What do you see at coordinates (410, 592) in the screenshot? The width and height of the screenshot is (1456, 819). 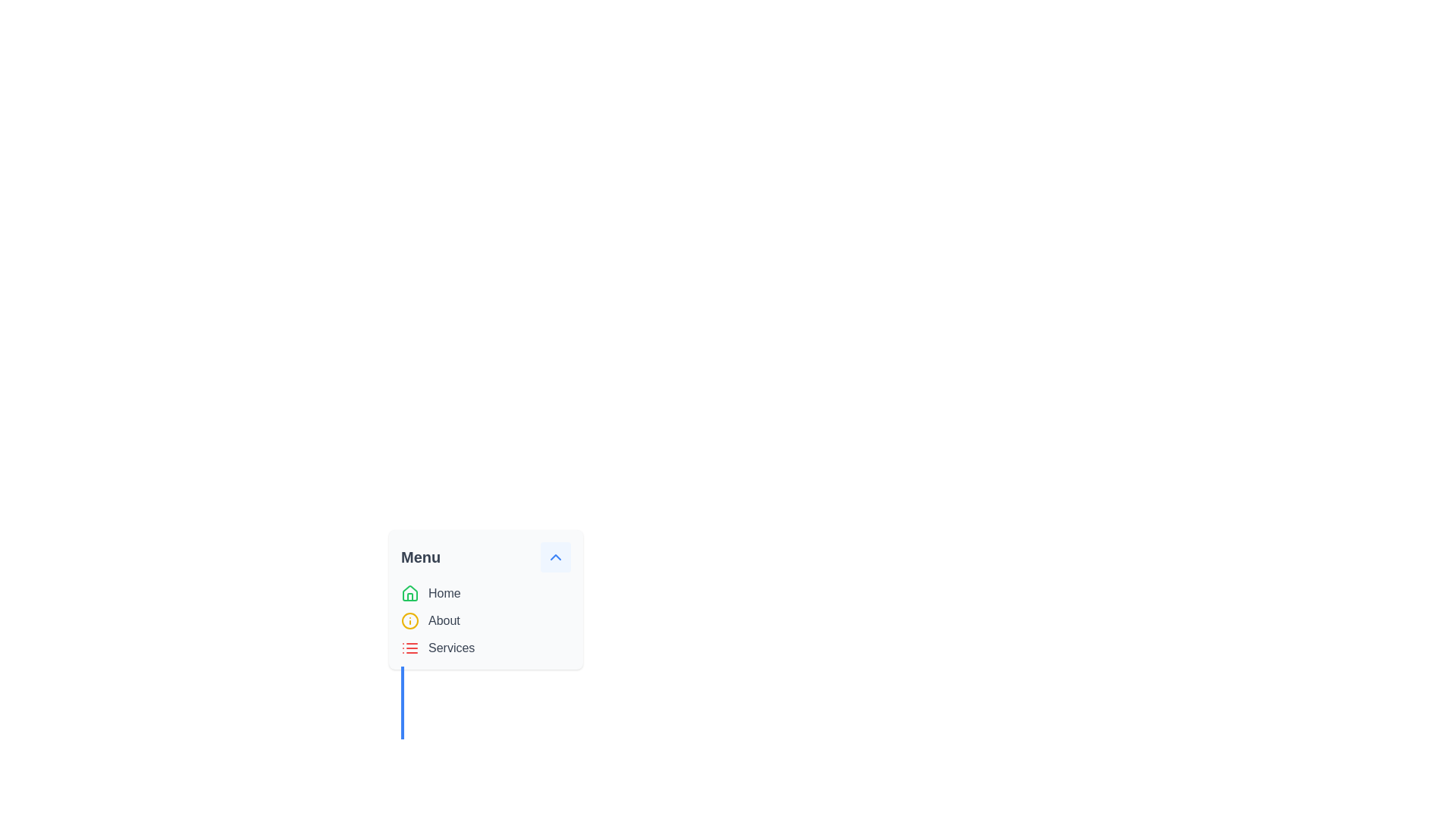 I see `the 'Home' menu item icon located in the upper part of the menu dropdown` at bounding box center [410, 592].